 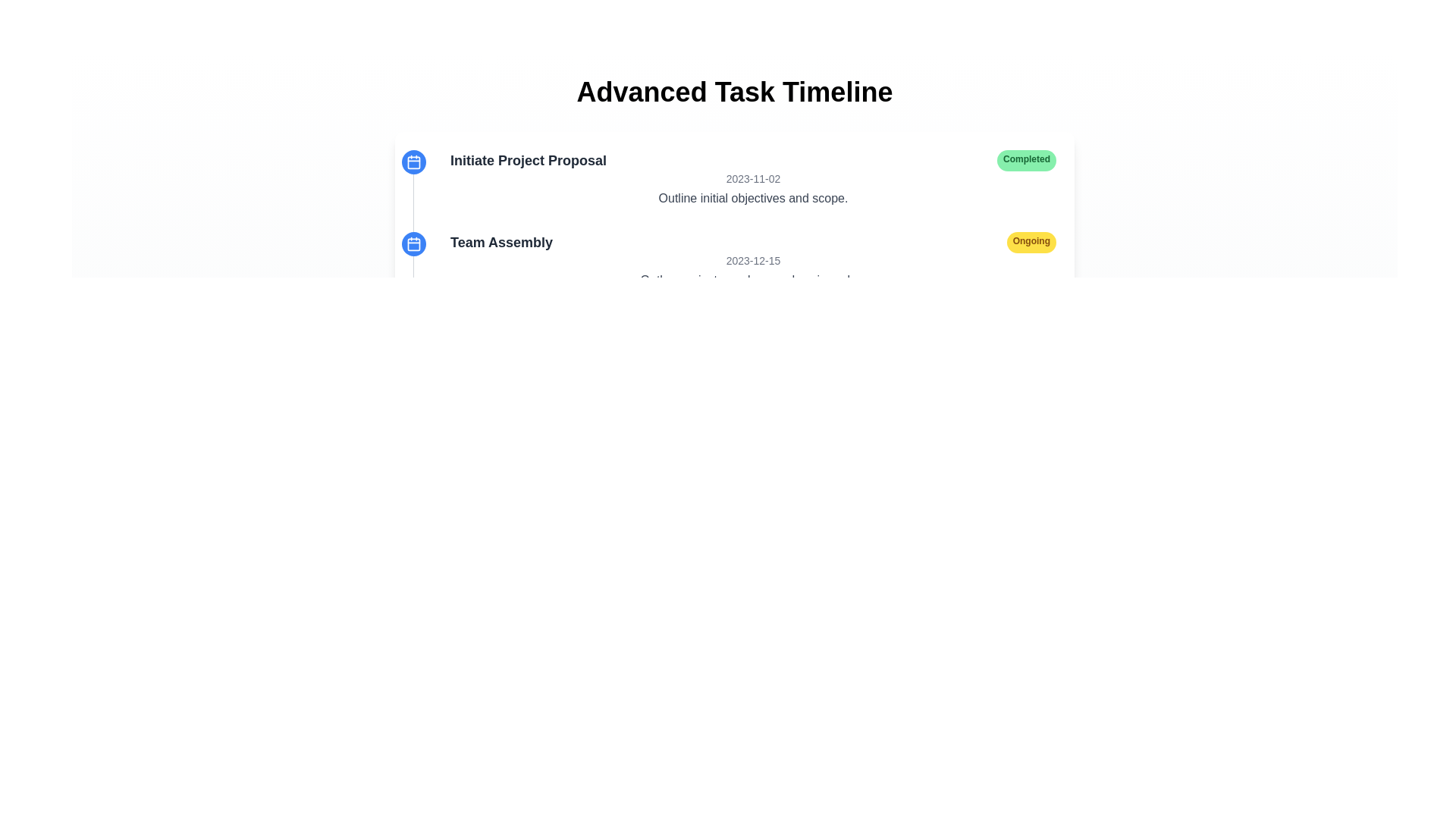 I want to click on the circular icon with a blue background and a white calendar symbol located to the left of the 'Team Assembly' text, so click(x=414, y=243).